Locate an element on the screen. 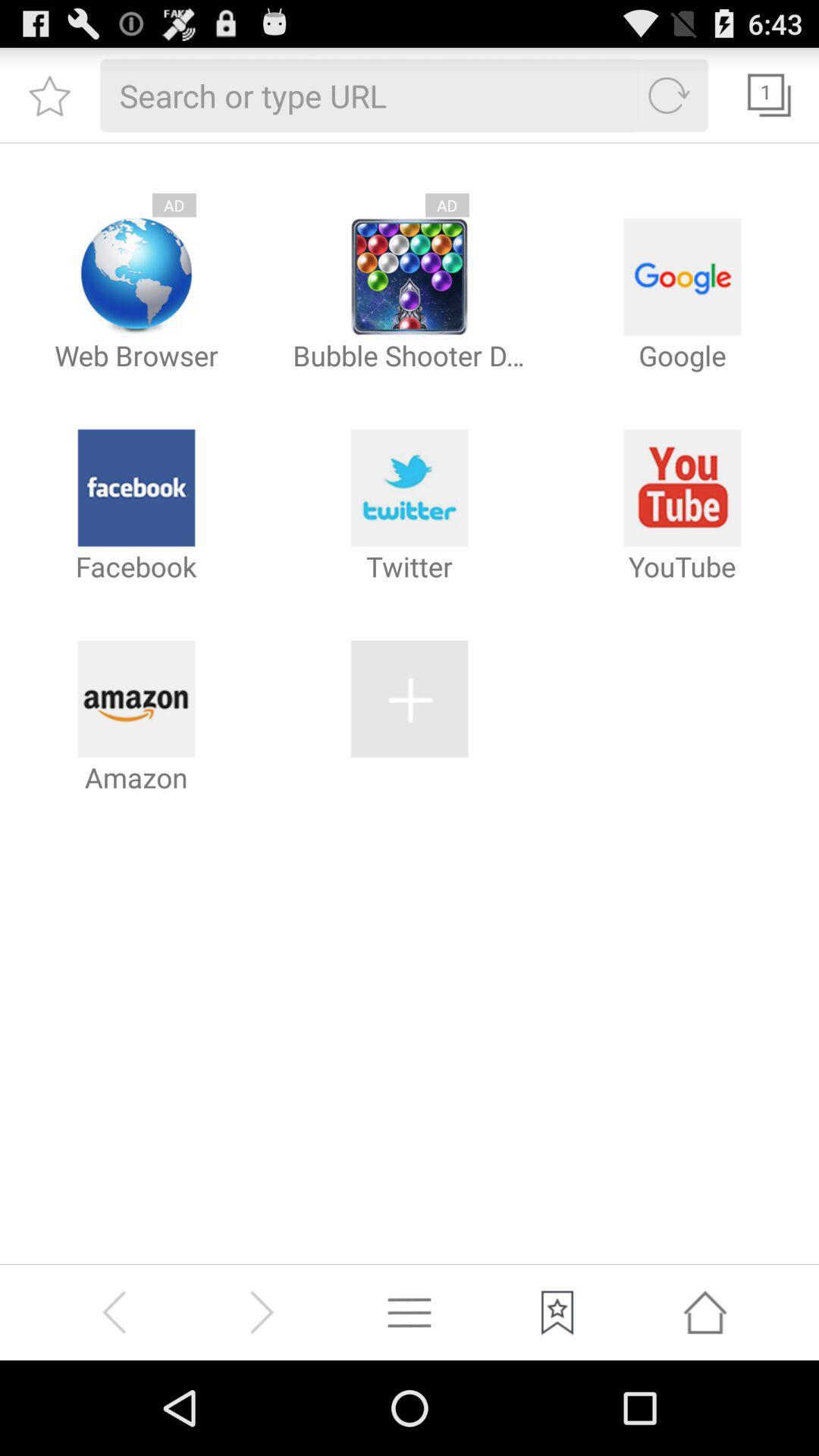 The image size is (819, 1456). the bookmark icon is located at coordinates (557, 1404).